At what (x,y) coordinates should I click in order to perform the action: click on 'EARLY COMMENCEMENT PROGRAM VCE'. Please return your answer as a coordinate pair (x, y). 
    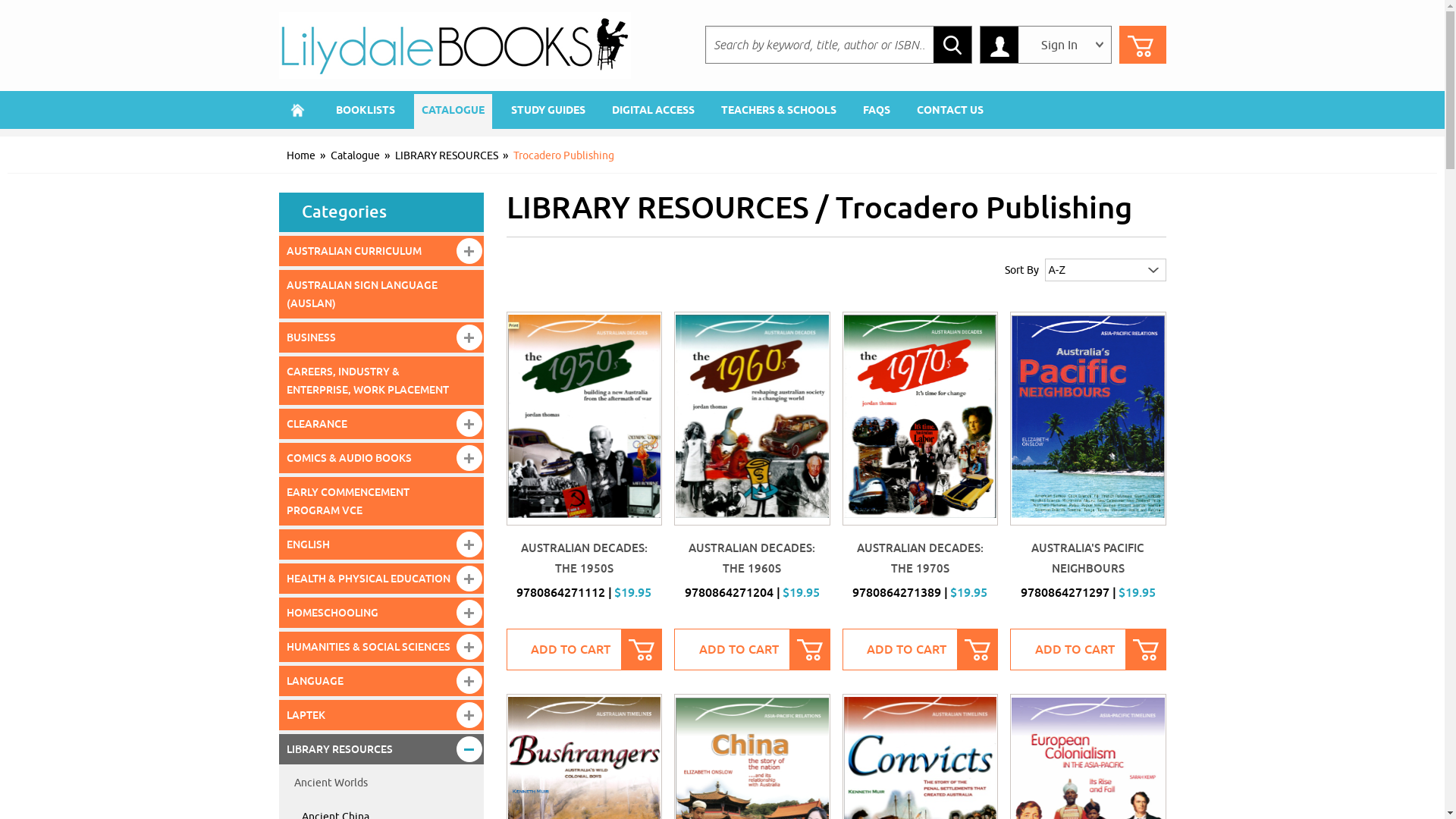
    Looking at the image, I should click on (381, 500).